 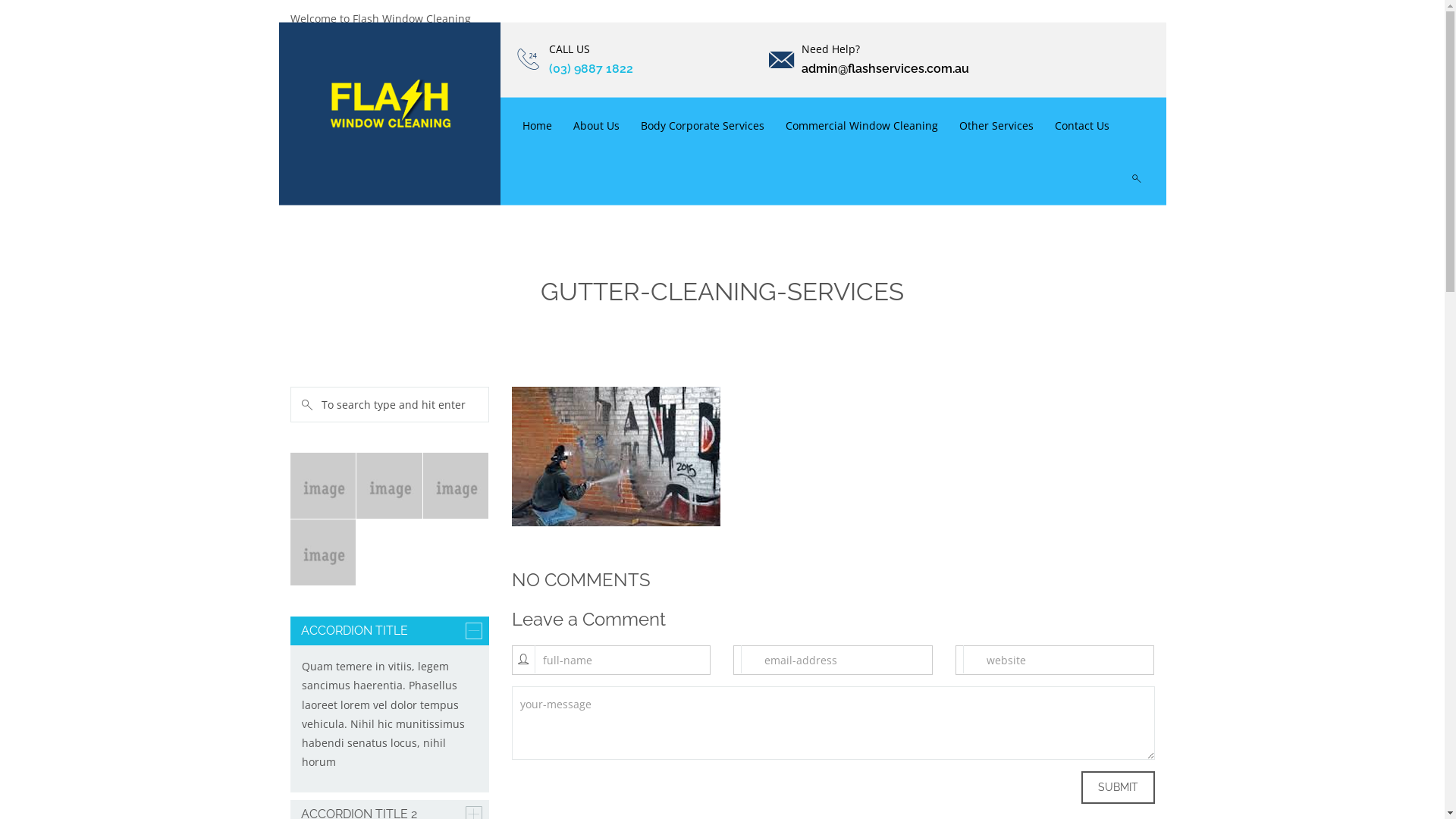 What do you see at coordinates (1043, 124) in the screenshot?
I see `'Contact Us'` at bounding box center [1043, 124].